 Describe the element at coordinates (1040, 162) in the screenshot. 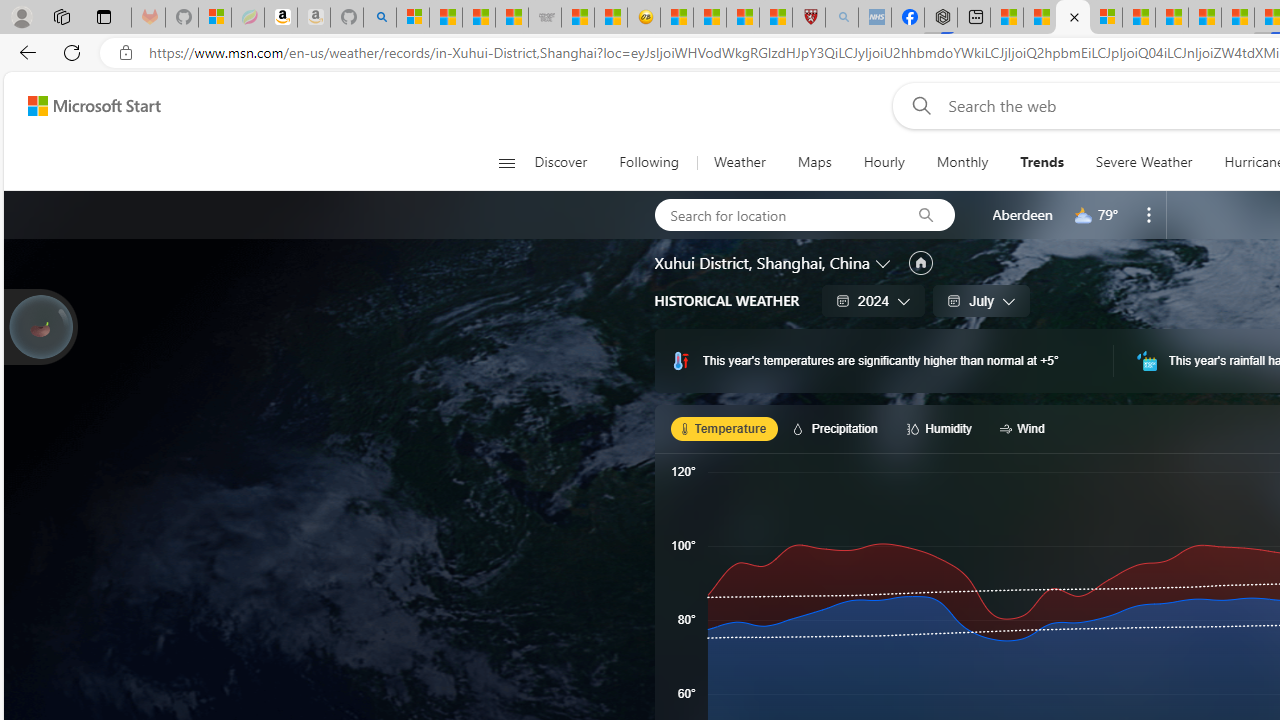

I see `'Trends'` at that location.